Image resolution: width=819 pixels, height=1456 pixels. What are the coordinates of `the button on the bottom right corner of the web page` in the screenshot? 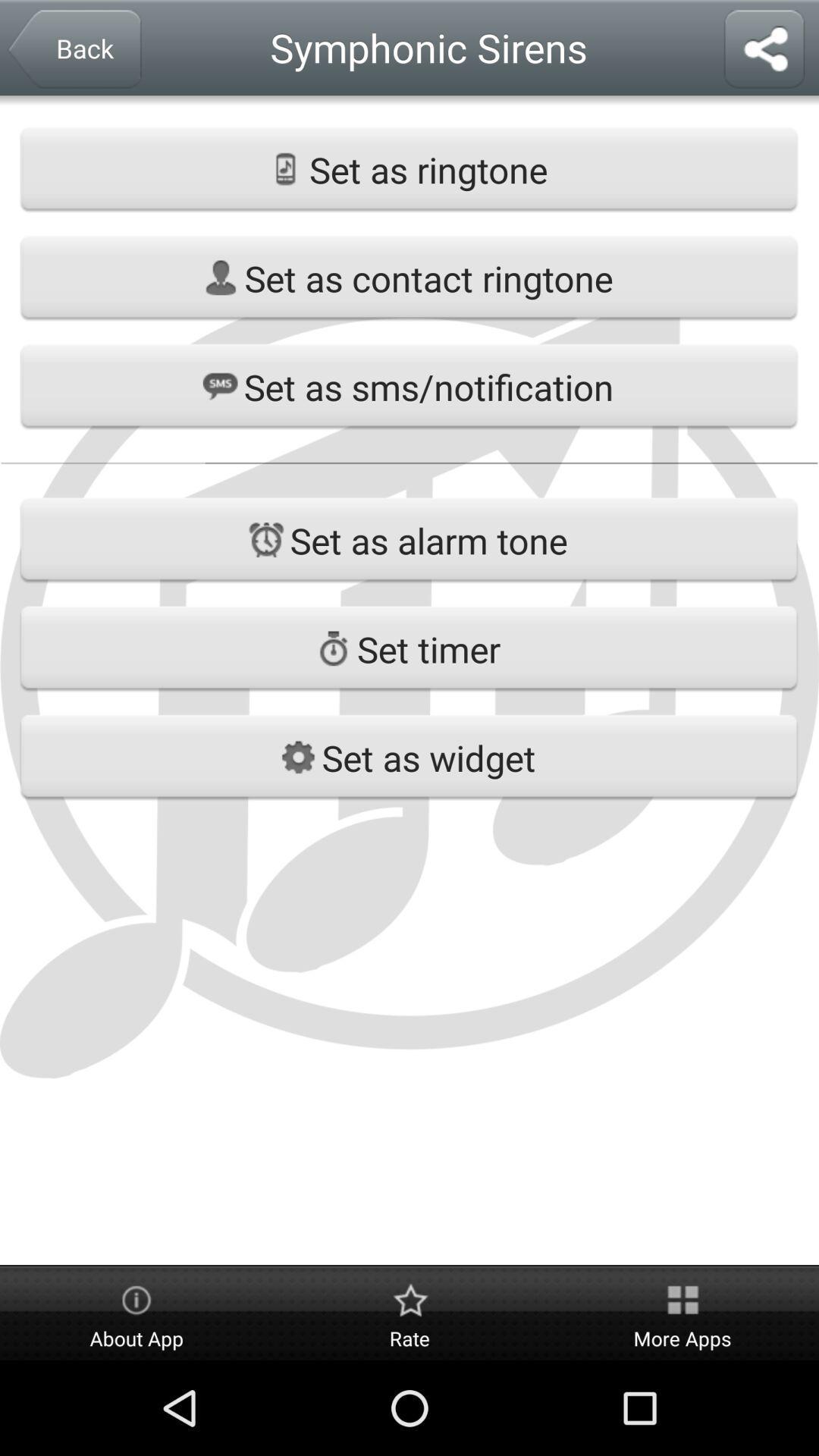 It's located at (682, 1313).